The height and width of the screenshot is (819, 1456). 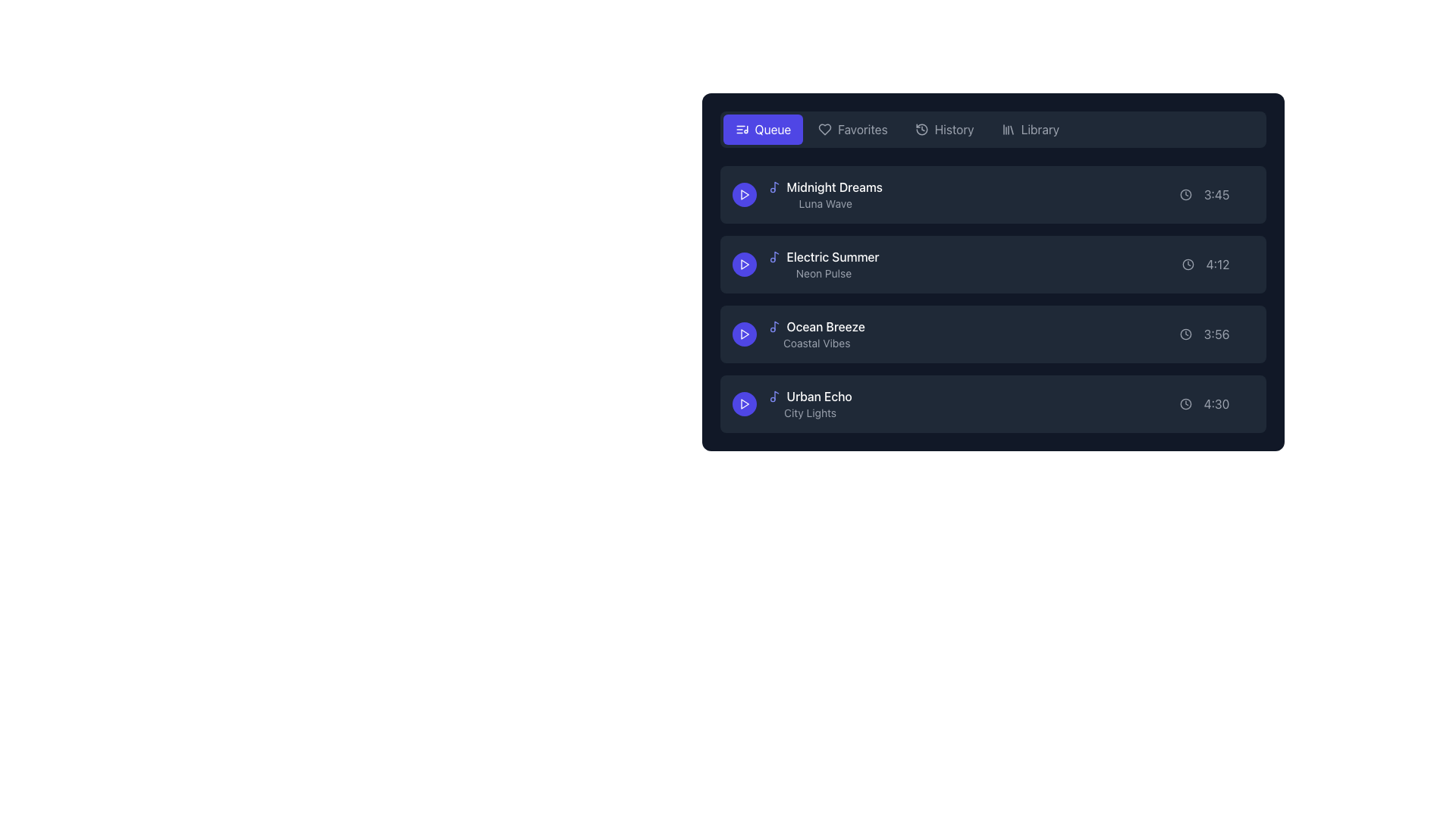 What do you see at coordinates (816, 326) in the screenshot?
I see `the 'Ocean Breeze' label with a musical note icon` at bounding box center [816, 326].